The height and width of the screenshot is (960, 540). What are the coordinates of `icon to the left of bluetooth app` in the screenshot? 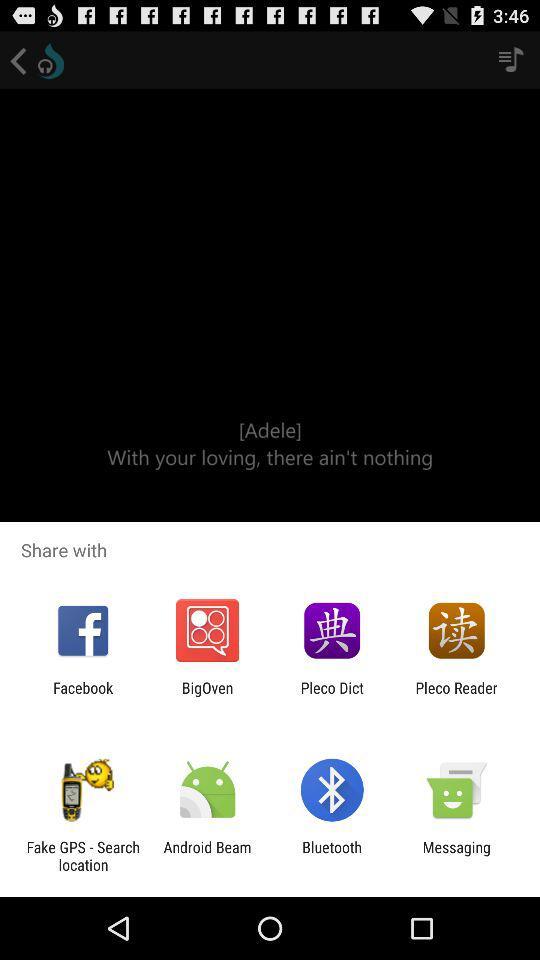 It's located at (206, 855).